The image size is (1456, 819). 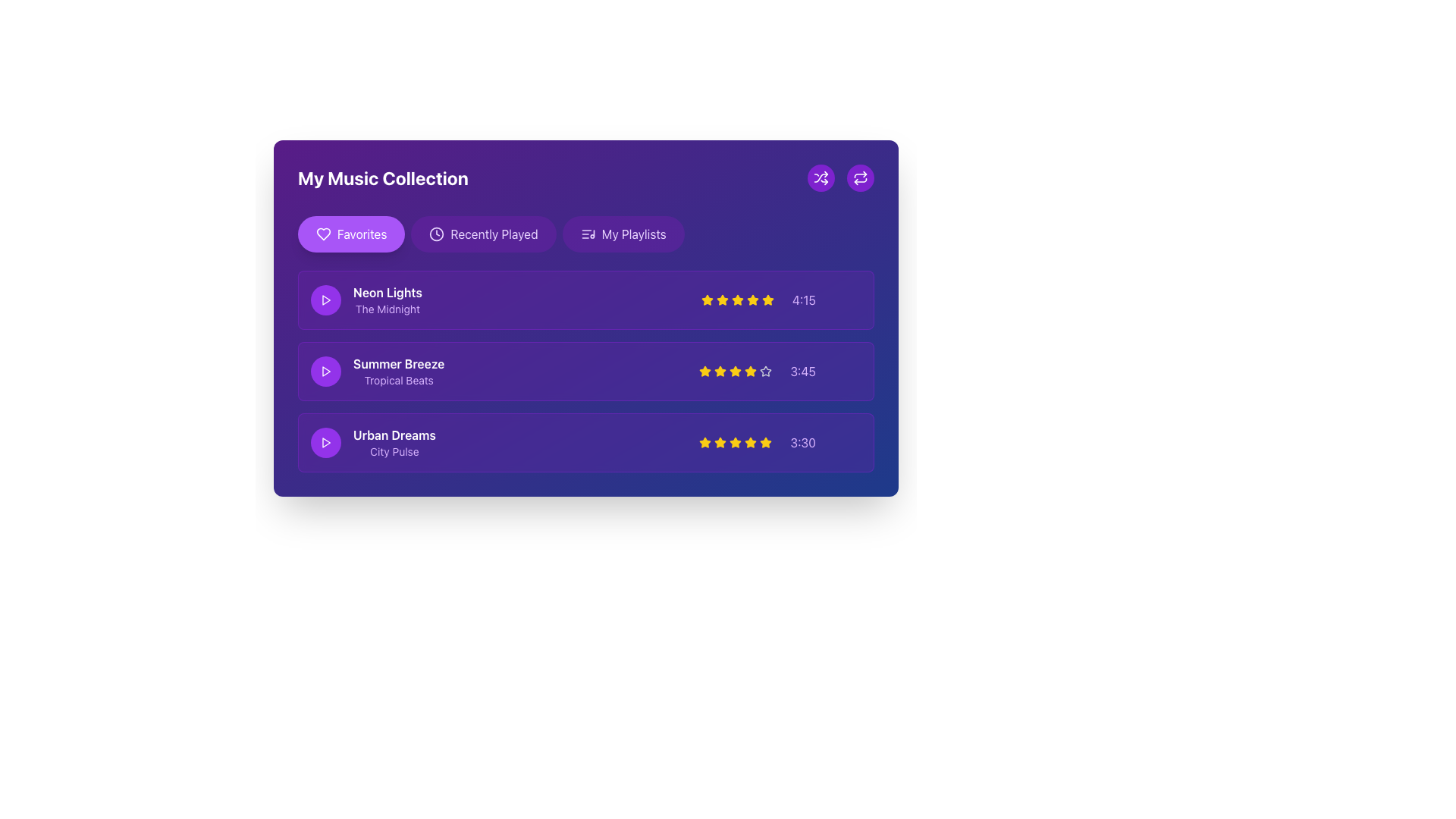 I want to click on the outer circular border of the clock icon representing the 'Recently Played' button in the 'My Music Collection' interface, so click(x=436, y=234).